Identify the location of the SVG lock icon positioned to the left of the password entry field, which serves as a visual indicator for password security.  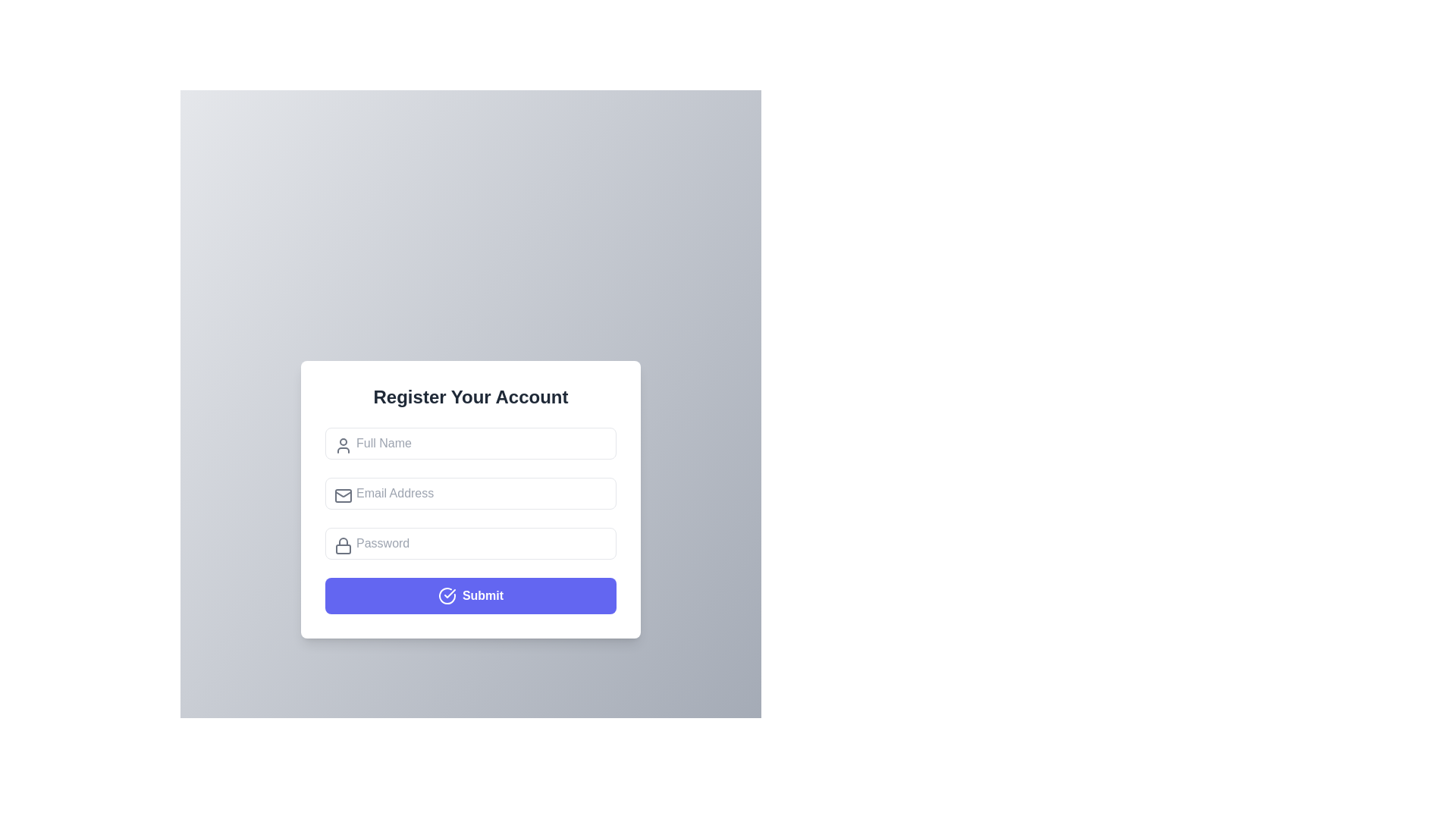
(342, 544).